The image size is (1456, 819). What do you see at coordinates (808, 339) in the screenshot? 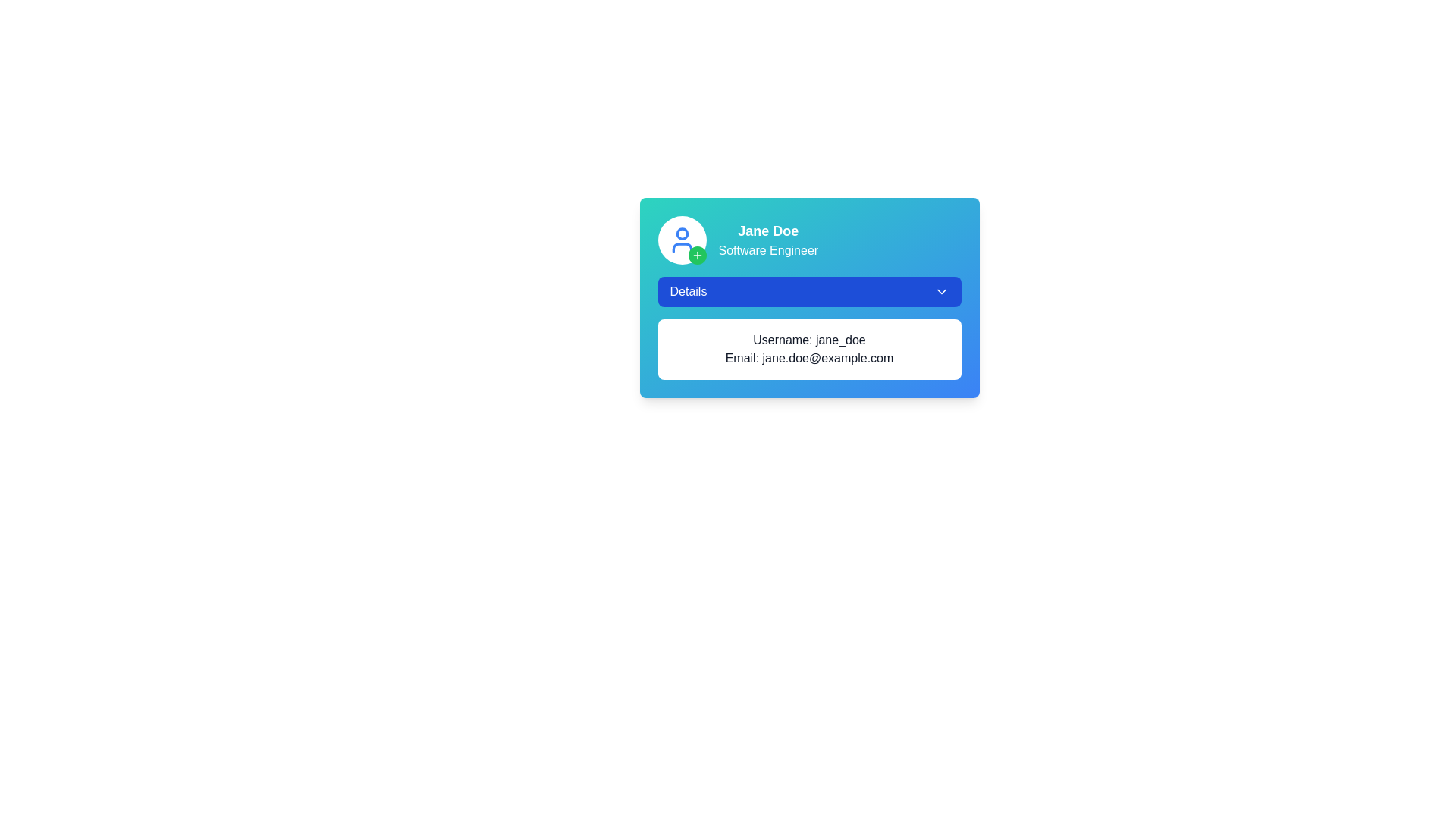
I see `the text label displaying the username 'jane_doe', which is located within a white rounded rectangle box above the email text and below the blue dropdown menu labeled 'Details'` at bounding box center [808, 339].